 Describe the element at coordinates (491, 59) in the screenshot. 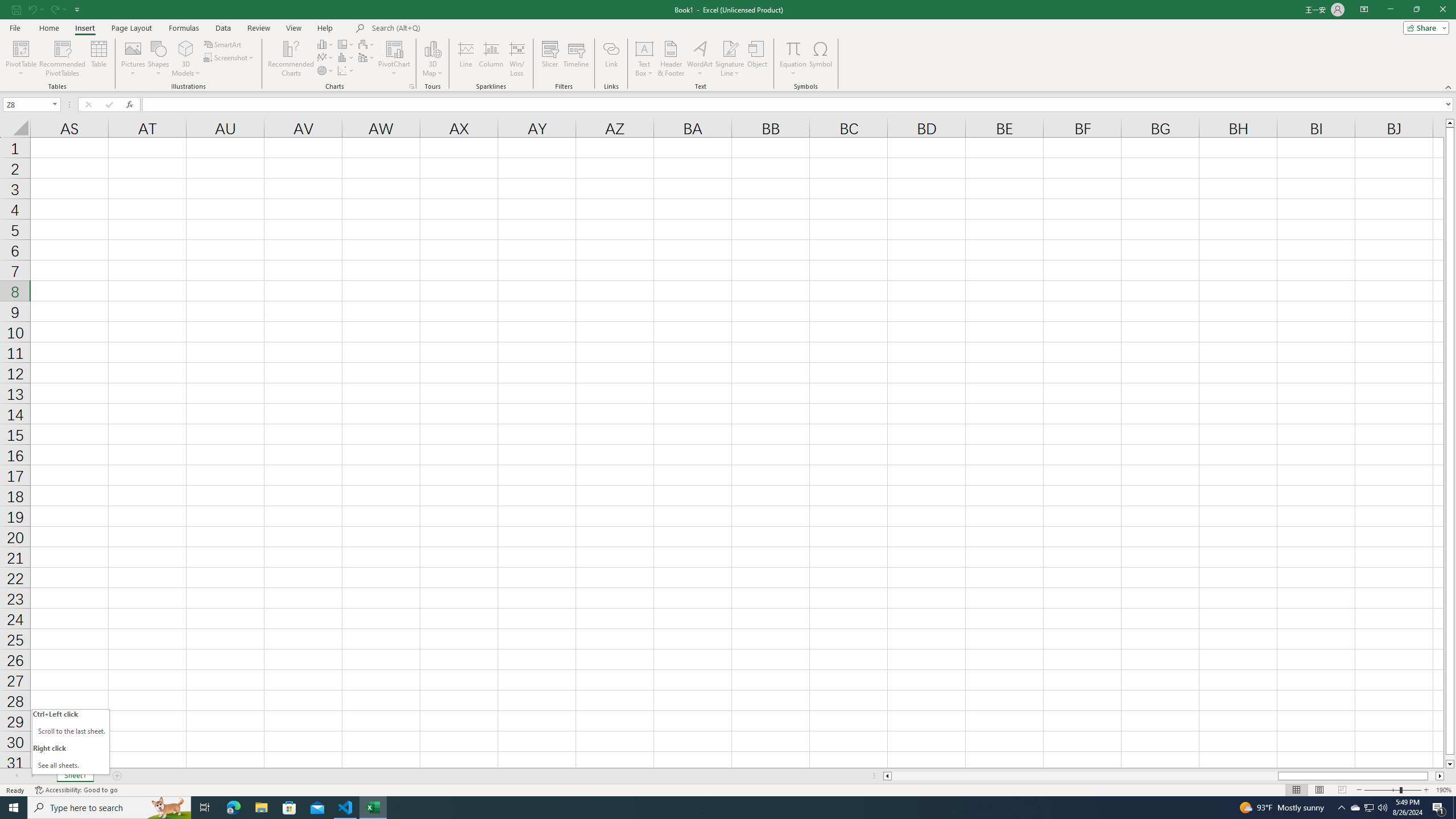

I see `'Column'` at that location.